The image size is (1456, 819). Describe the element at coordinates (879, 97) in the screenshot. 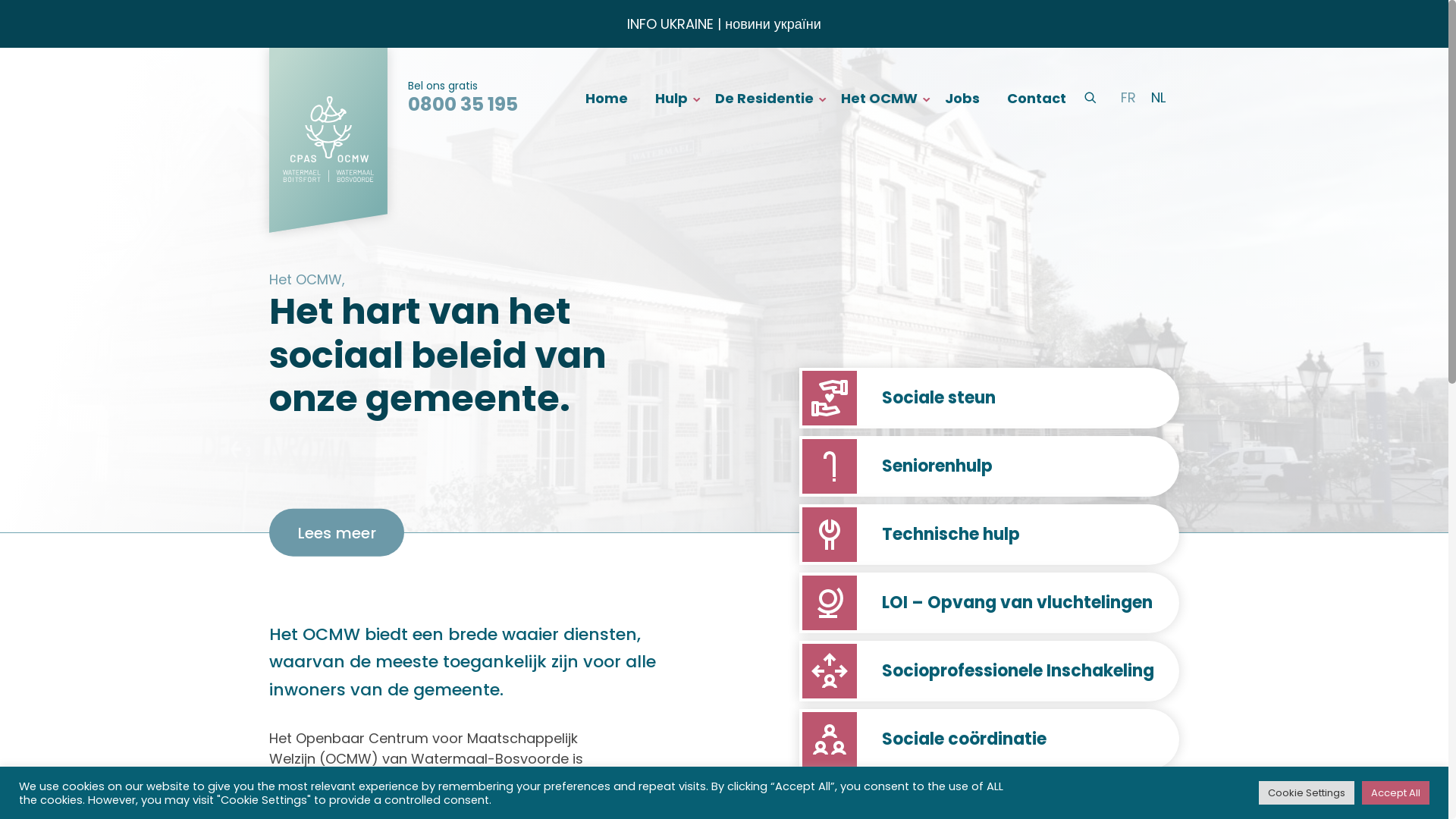

I see `'Het OCMW'` at that location.